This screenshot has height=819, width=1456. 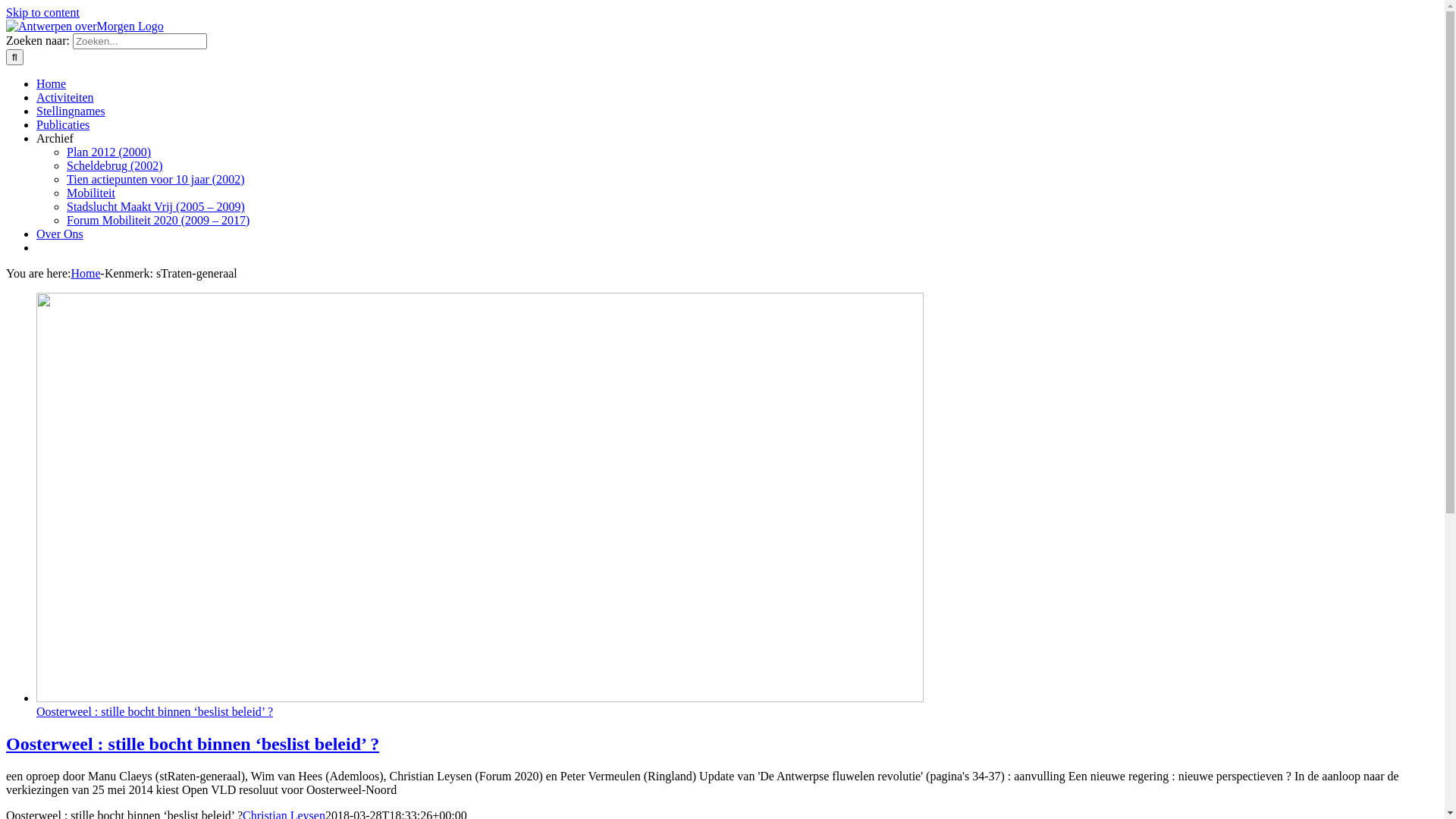 What do you see at coordinates (61, 83) in the screenshot?
I see `'Home'` at bounding box center [61, 83].